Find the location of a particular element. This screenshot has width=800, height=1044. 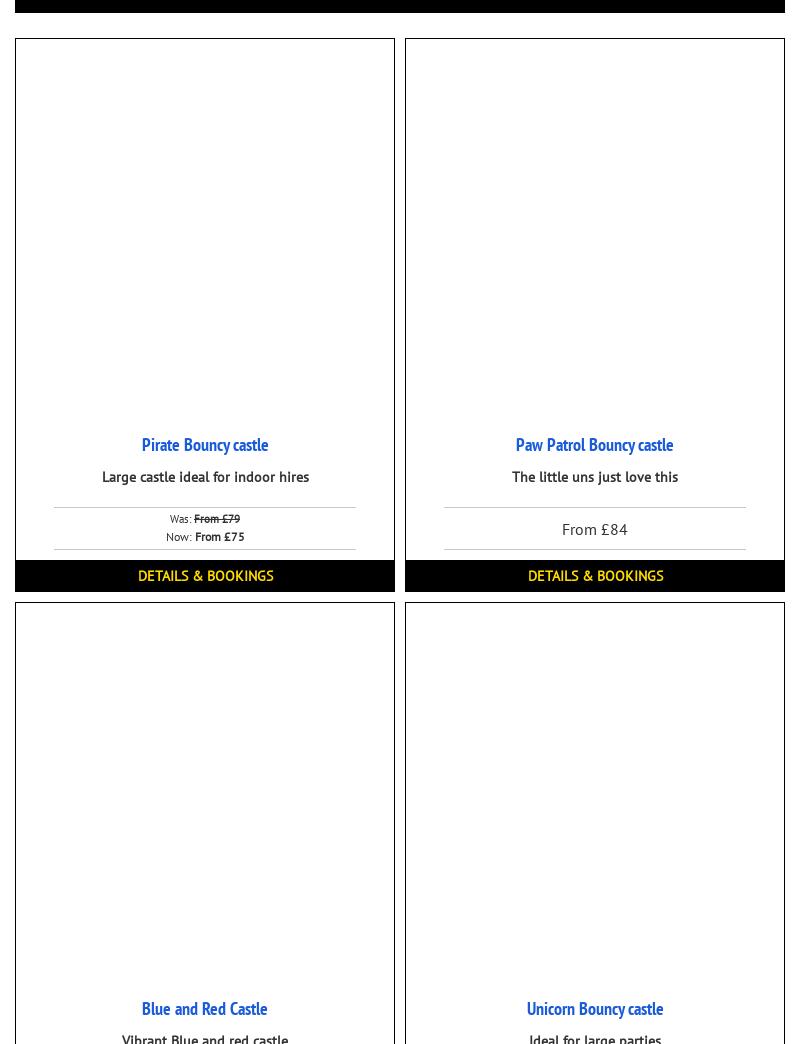

'From £79' is located at coordinates (216, 518).